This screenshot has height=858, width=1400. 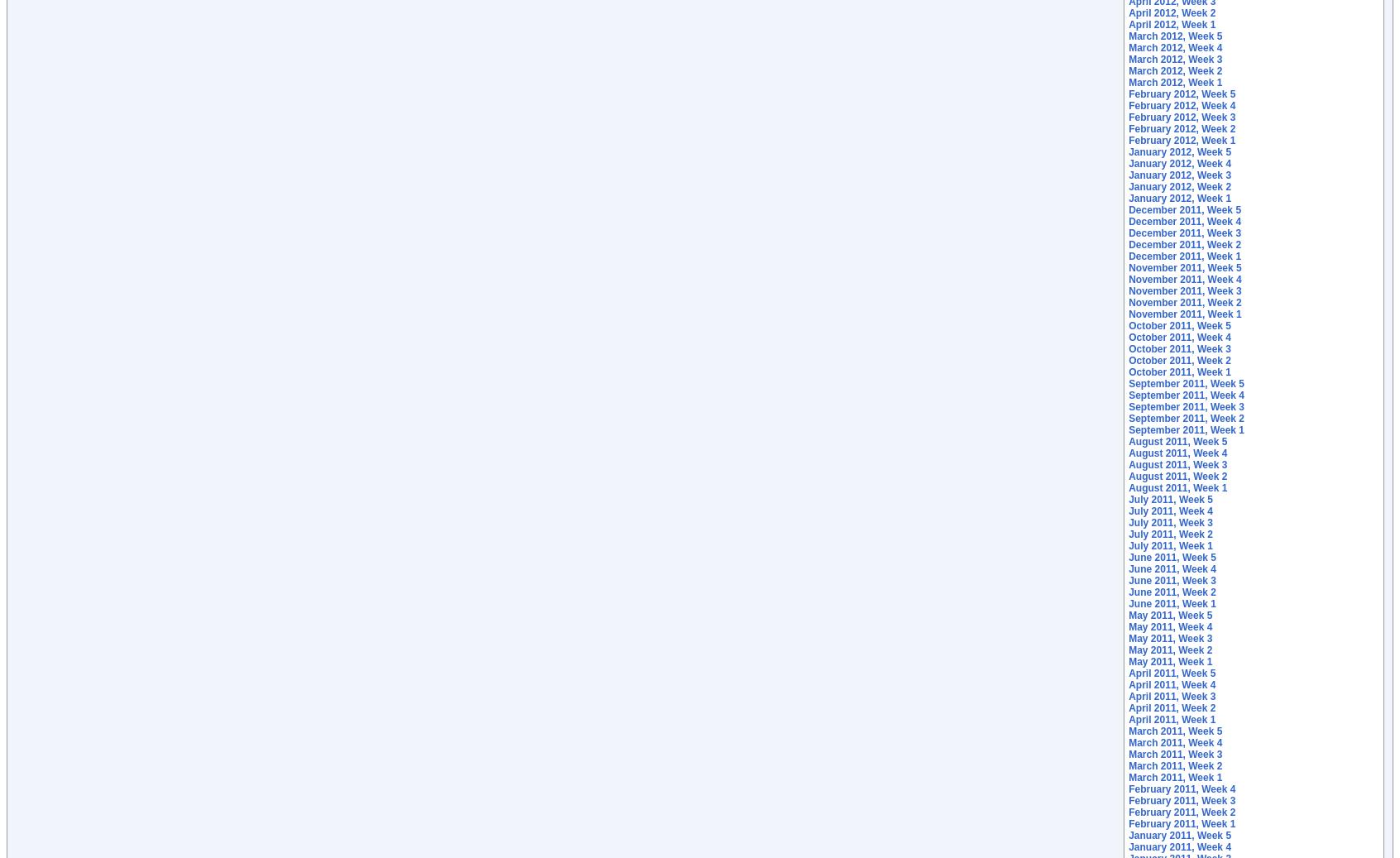 What do you see at coordinates (1179, 359) in the screenshot?
I see `'October 2011, Week 2'` at bounding box center [1179, 359].